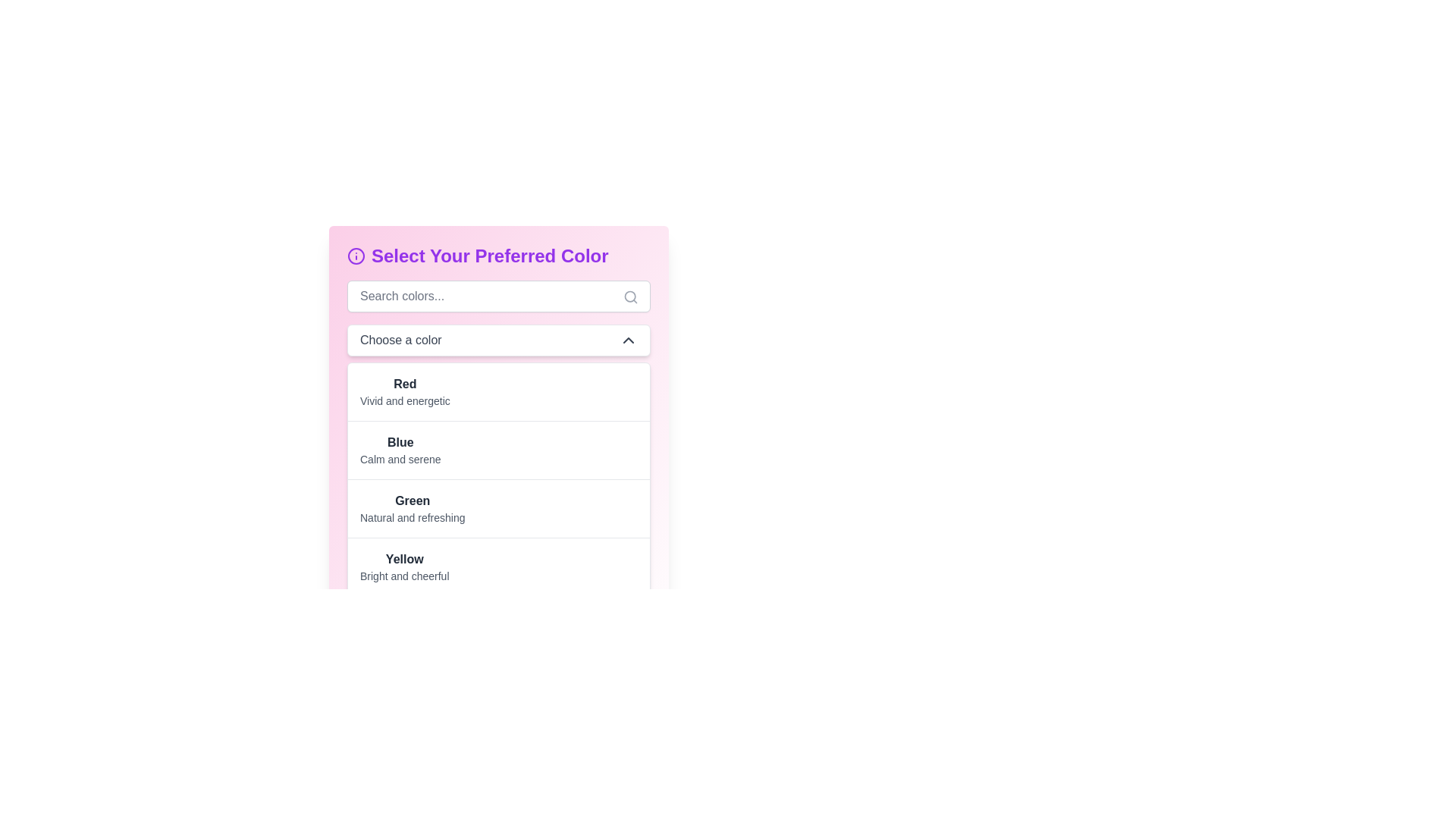  Describe the element at coordinates (498, 397) in the screenshot. I see `the selectable list item displaying the bolded text 'Red'` at that location.